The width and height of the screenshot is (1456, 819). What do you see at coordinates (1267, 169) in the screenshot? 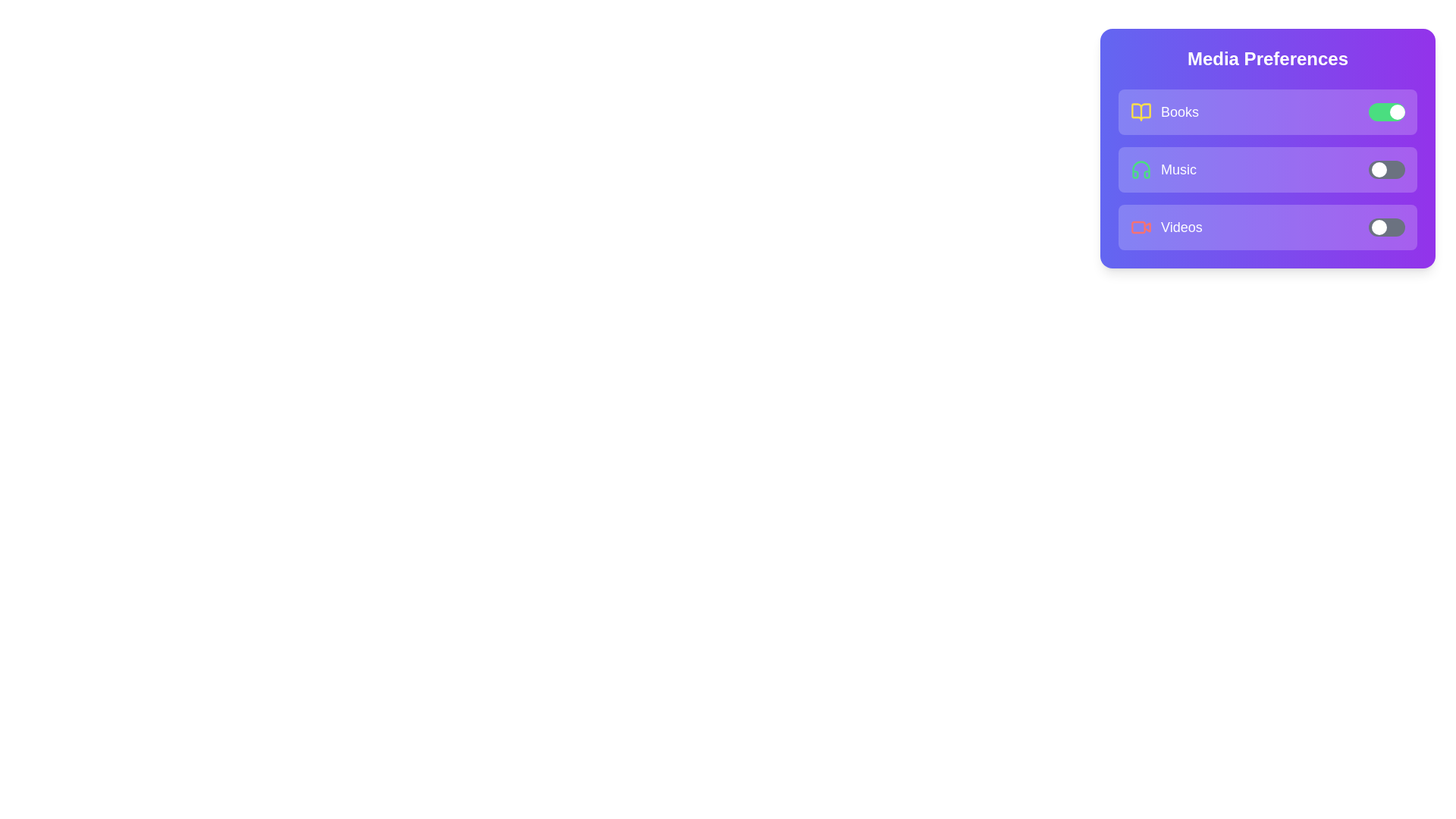
I see `the toggle switch located in the 'Music' section of the Media Preferences panel, which is represented by a green headphone icon and bold text 'Music'` at bounding box center [1267, 169].